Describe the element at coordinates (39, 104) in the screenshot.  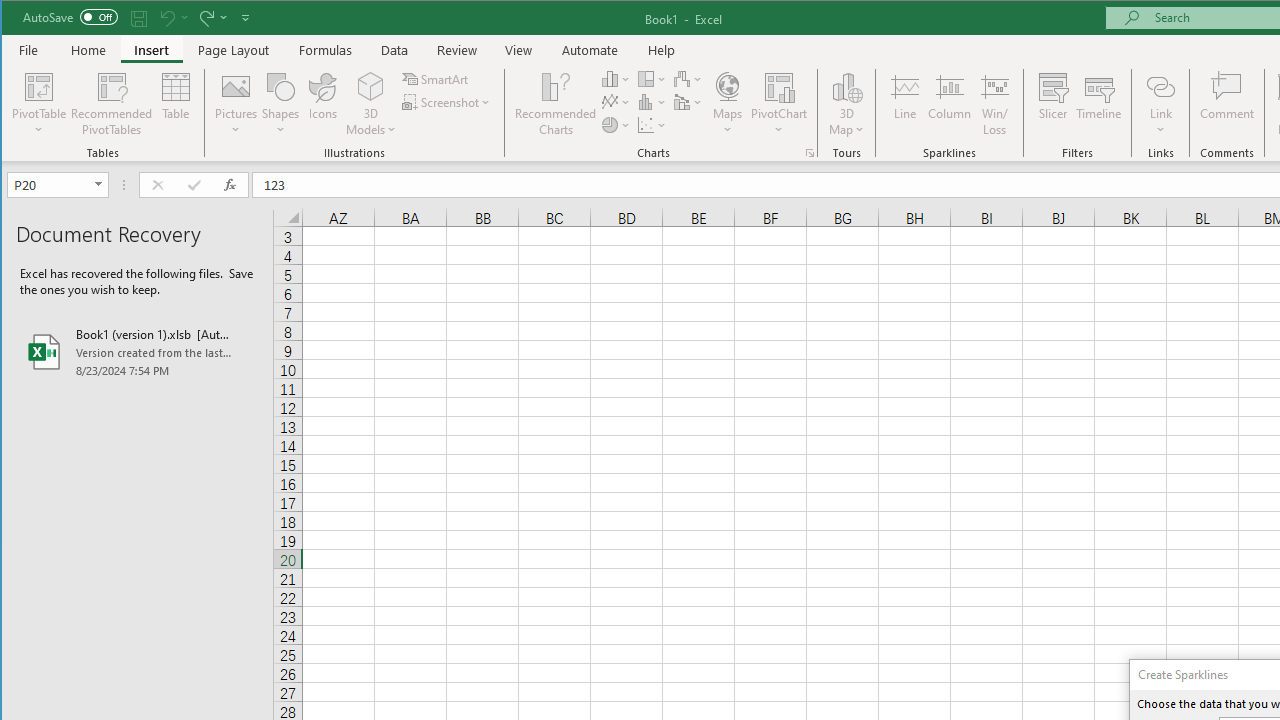
I see `'PivotTable'` at that location.